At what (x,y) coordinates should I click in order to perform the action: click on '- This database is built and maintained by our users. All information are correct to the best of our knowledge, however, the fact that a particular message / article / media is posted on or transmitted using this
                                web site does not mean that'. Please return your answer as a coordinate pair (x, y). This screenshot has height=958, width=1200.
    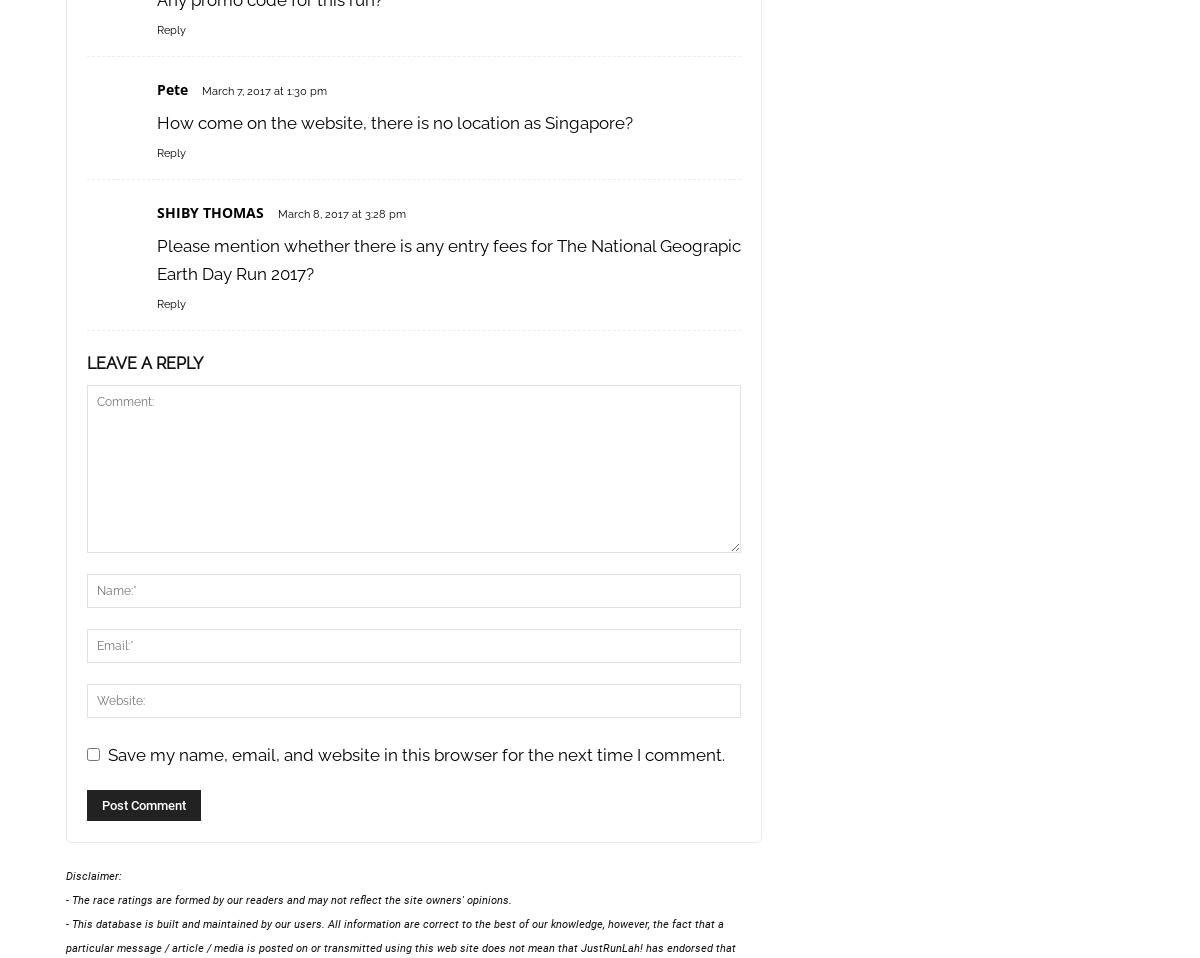
    Looking at the image, I should click on (66, 935).